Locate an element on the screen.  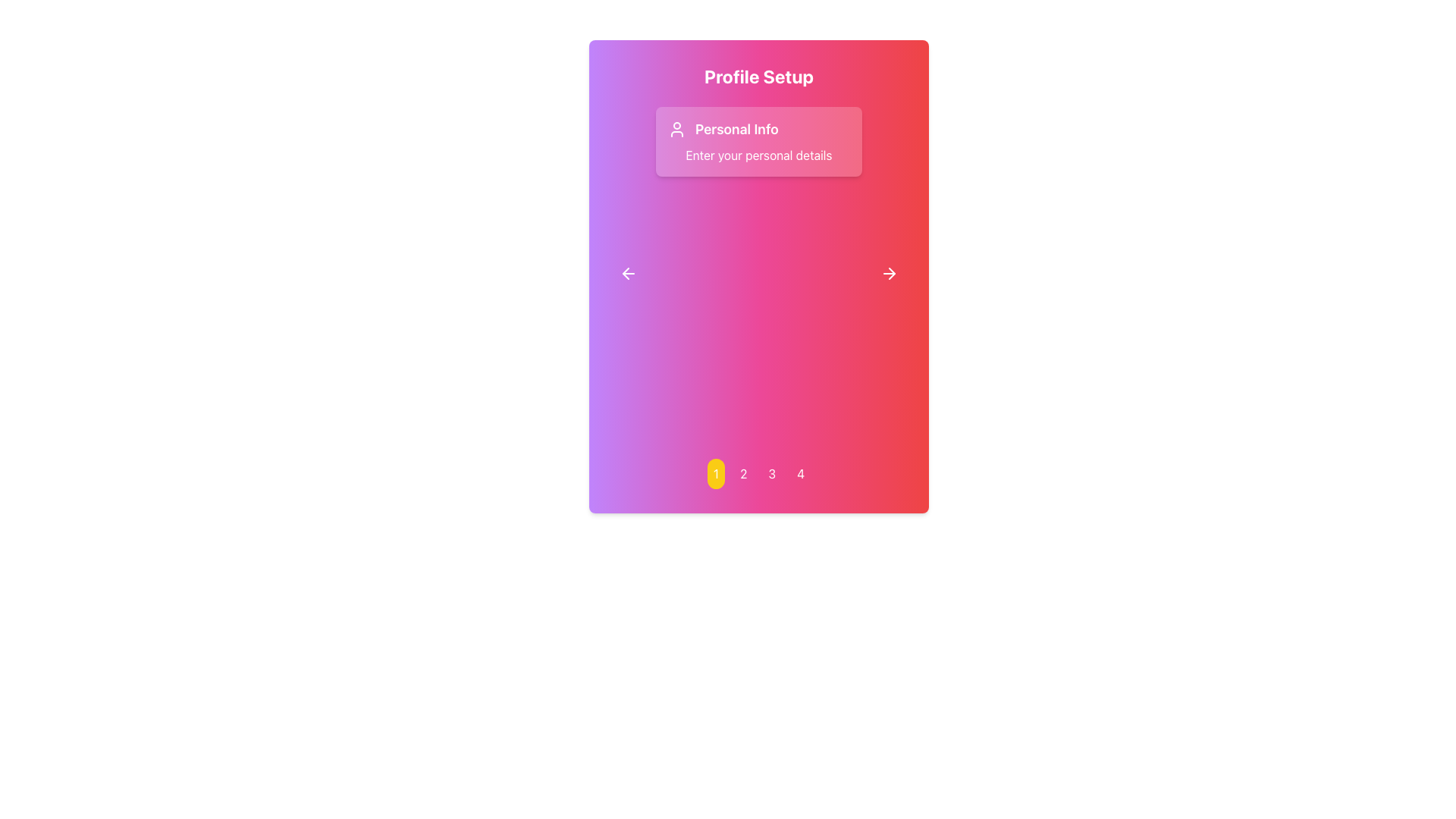
the fourth step navigation indicator is located at coordinates (800, 472).